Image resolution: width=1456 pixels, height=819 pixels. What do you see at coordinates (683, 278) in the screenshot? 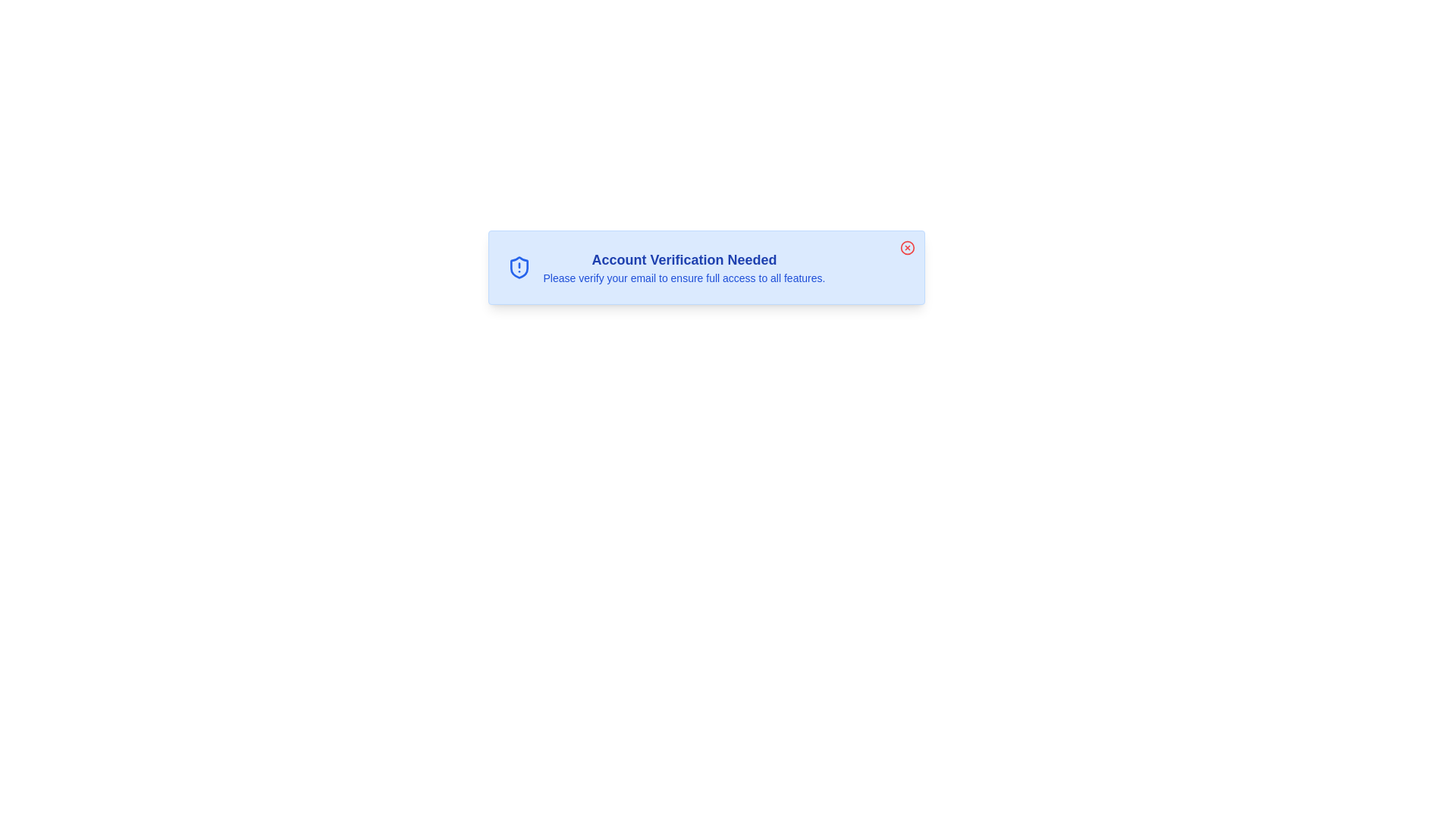
I see `text that says 'Please verify your email to ensure full access to all features.', which is styled in blue and located below the heading 'Account Verification Needed'` at bounding box center [683, 278].